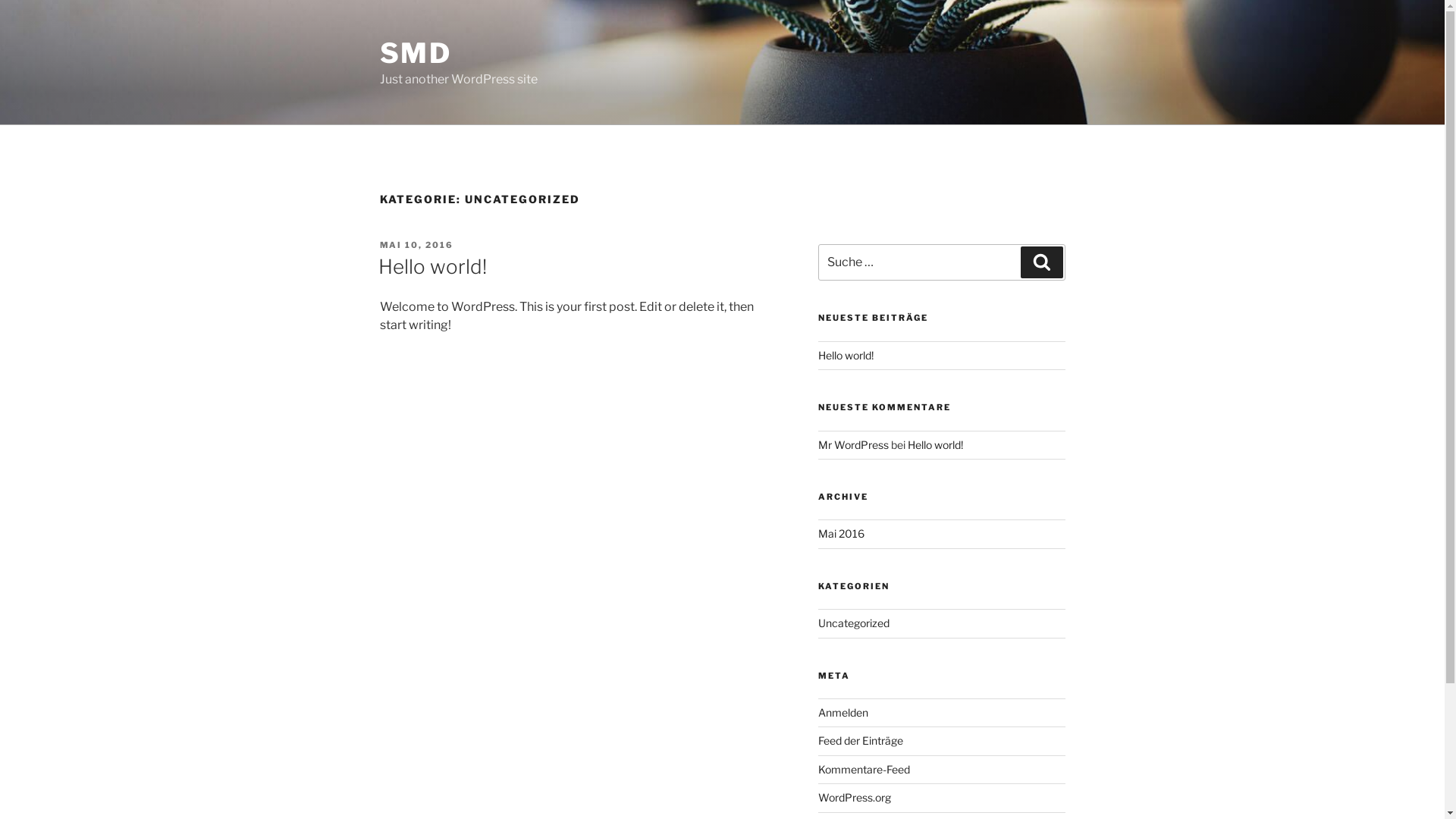 The height and width of the screenshot is (819, 1456). Describe the element at coordinates (853, 444) in the screenshot. I see `'Mr WordPress'` at that location.